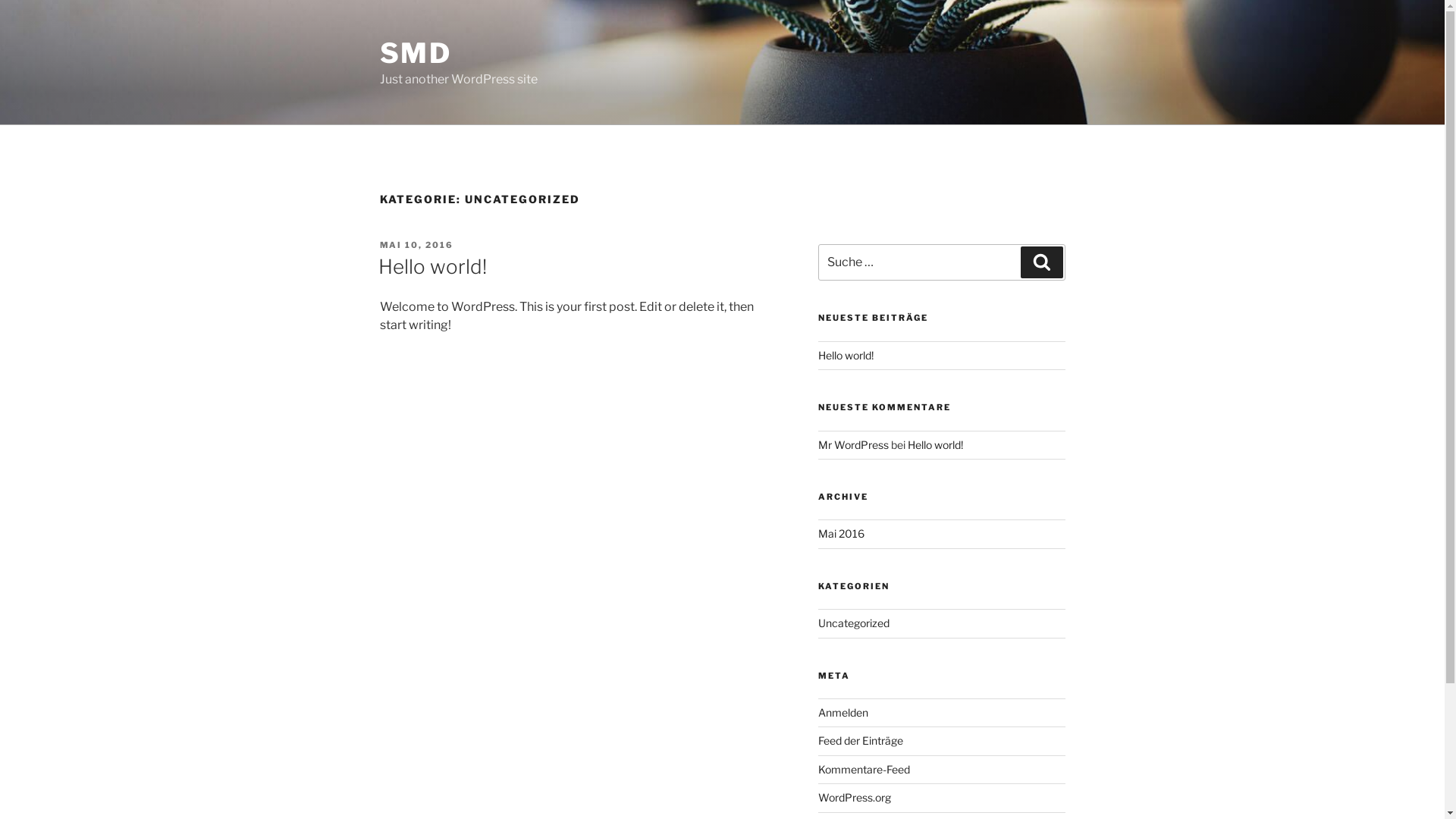 The height and width of the screenshot is (819, 1456). Describe the element at coordinates (853, 444) in the screenshot. I see `'Mr WordPress'` at that location.